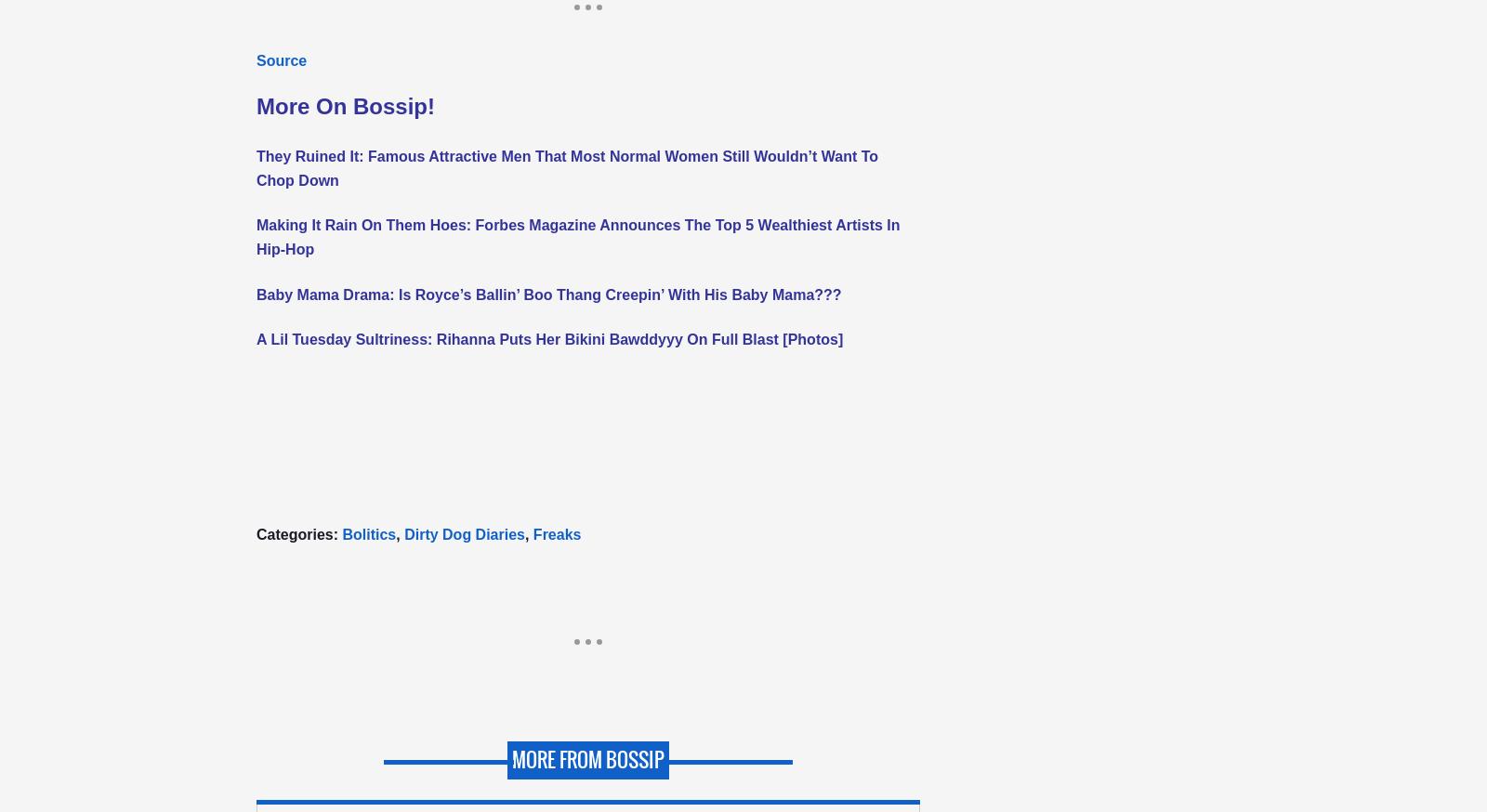  What do you see at coordinates (463, 533) in the screenshot?
I see `'Dirty Dog Diaries'` at bounding box center [463, 533].